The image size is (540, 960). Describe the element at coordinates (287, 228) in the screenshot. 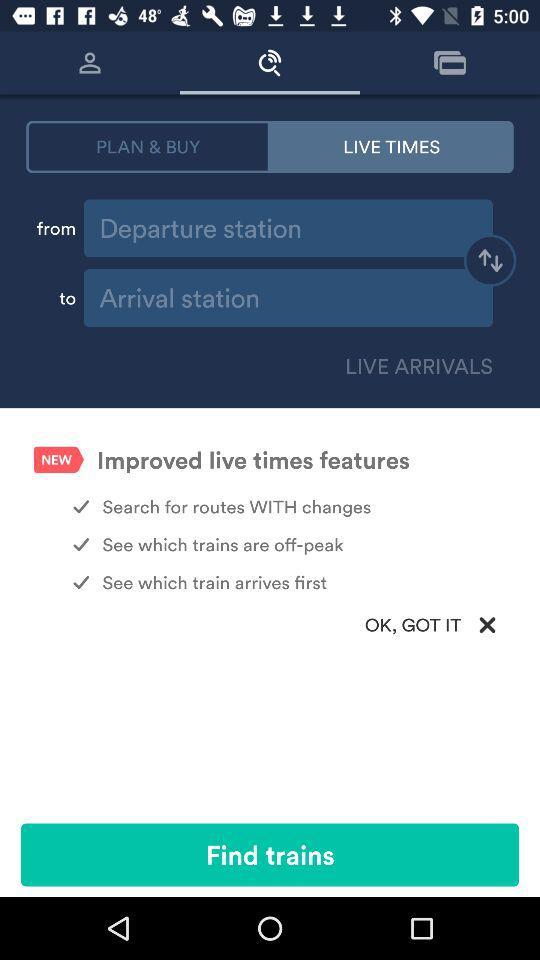

I see `fill in the departure station` at that location.